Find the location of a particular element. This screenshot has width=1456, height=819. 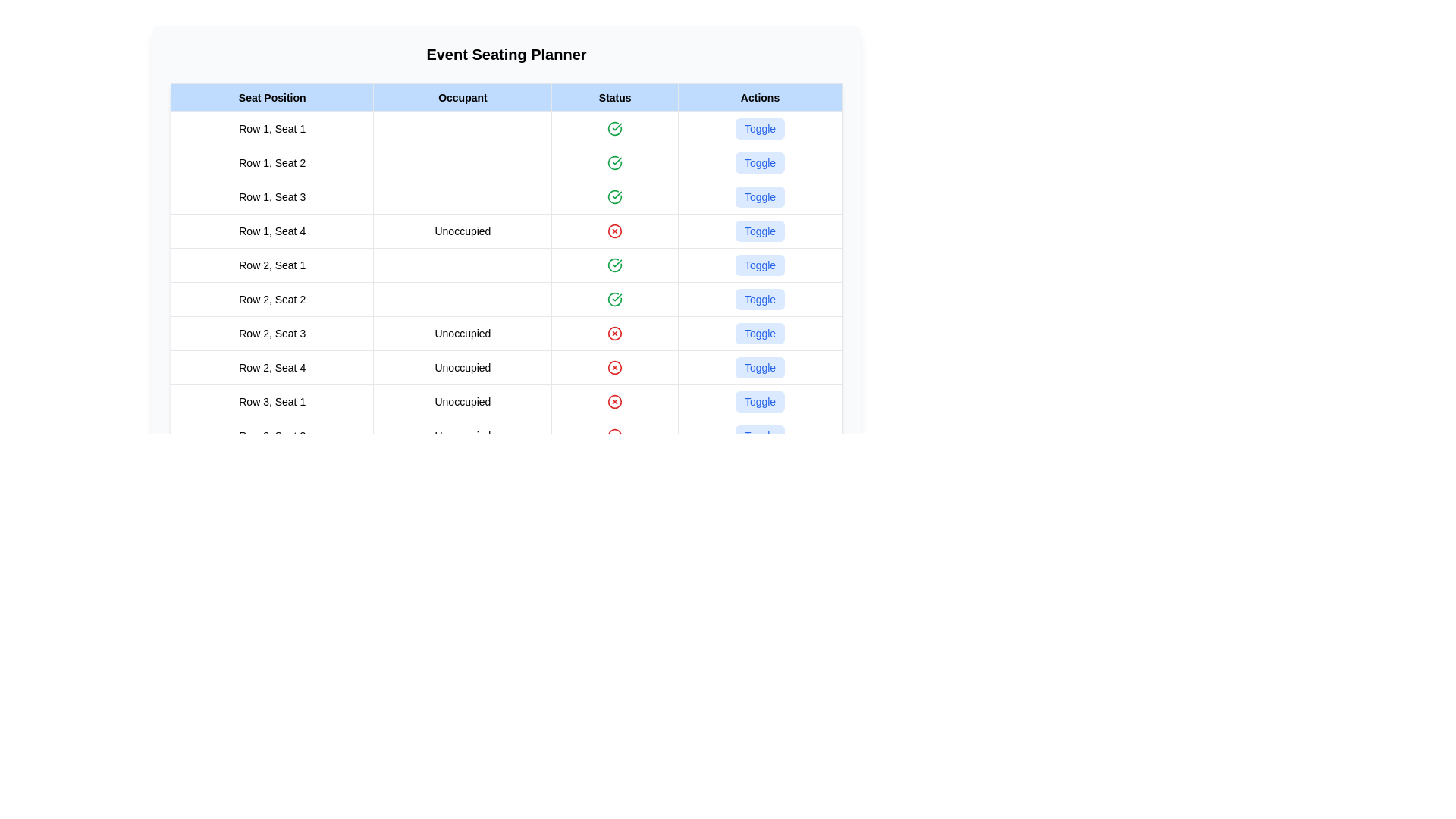

the 'Toggle' button with a blue background and rounded corners located in the last cell of 'Row 3, Seat 3' in the 'Actions' column is located at coordinates (760, 469).